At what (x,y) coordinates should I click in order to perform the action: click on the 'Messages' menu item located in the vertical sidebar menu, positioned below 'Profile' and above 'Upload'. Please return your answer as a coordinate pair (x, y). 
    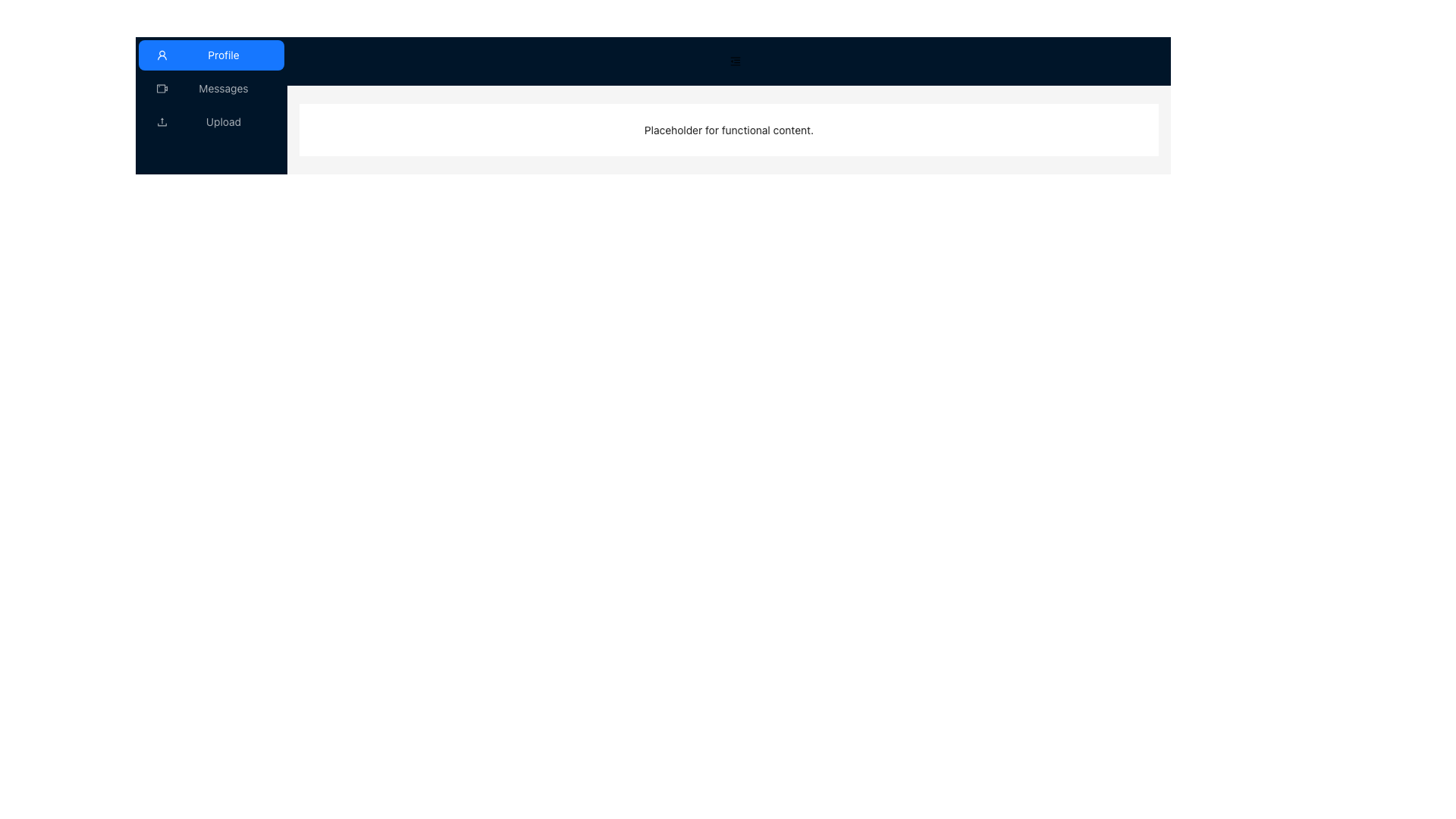
    Looking at the image, I should click on (210, 88).